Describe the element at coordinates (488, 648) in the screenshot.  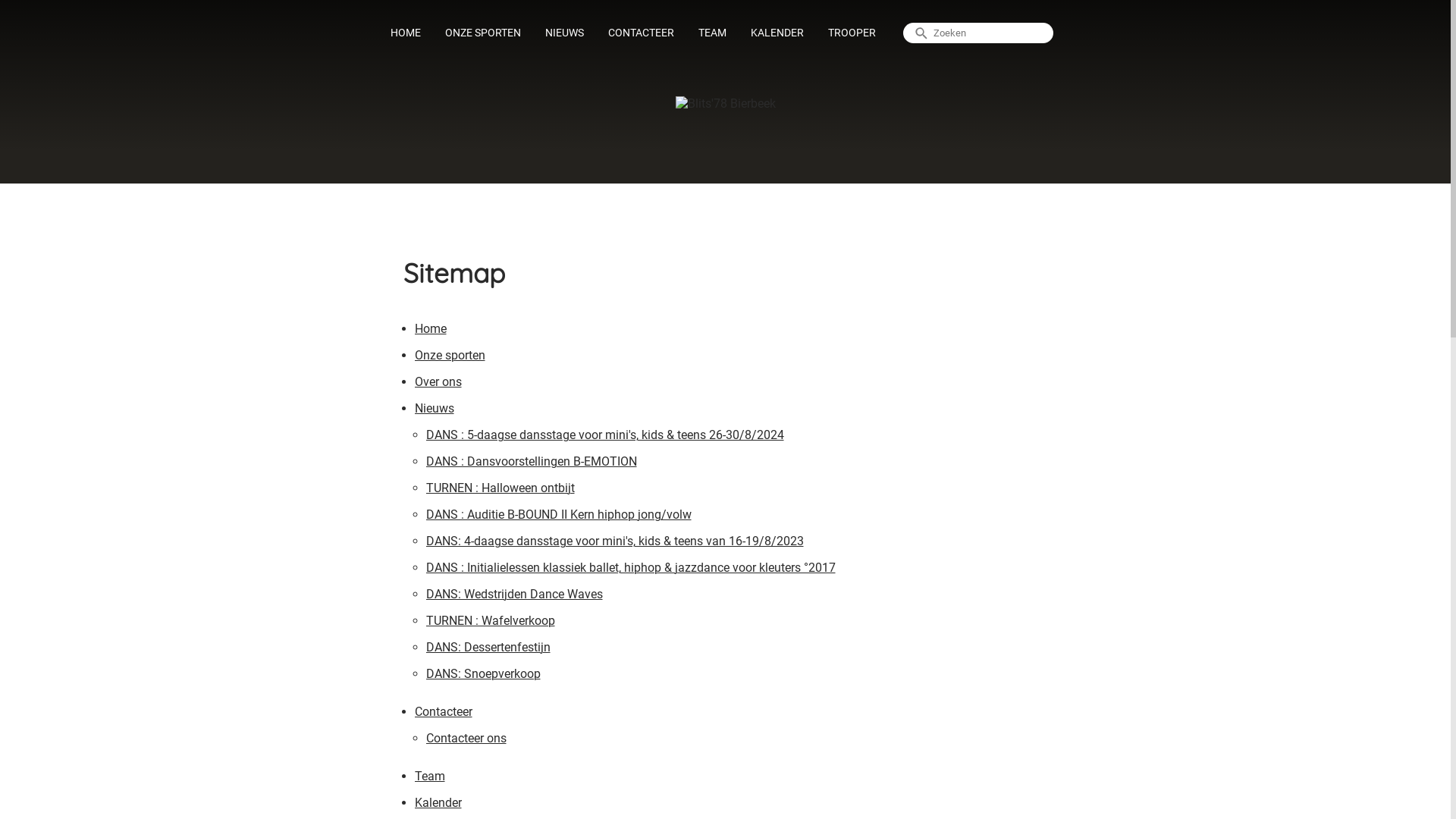
I see `'DANS: Dessertenfestijn'` at that location.